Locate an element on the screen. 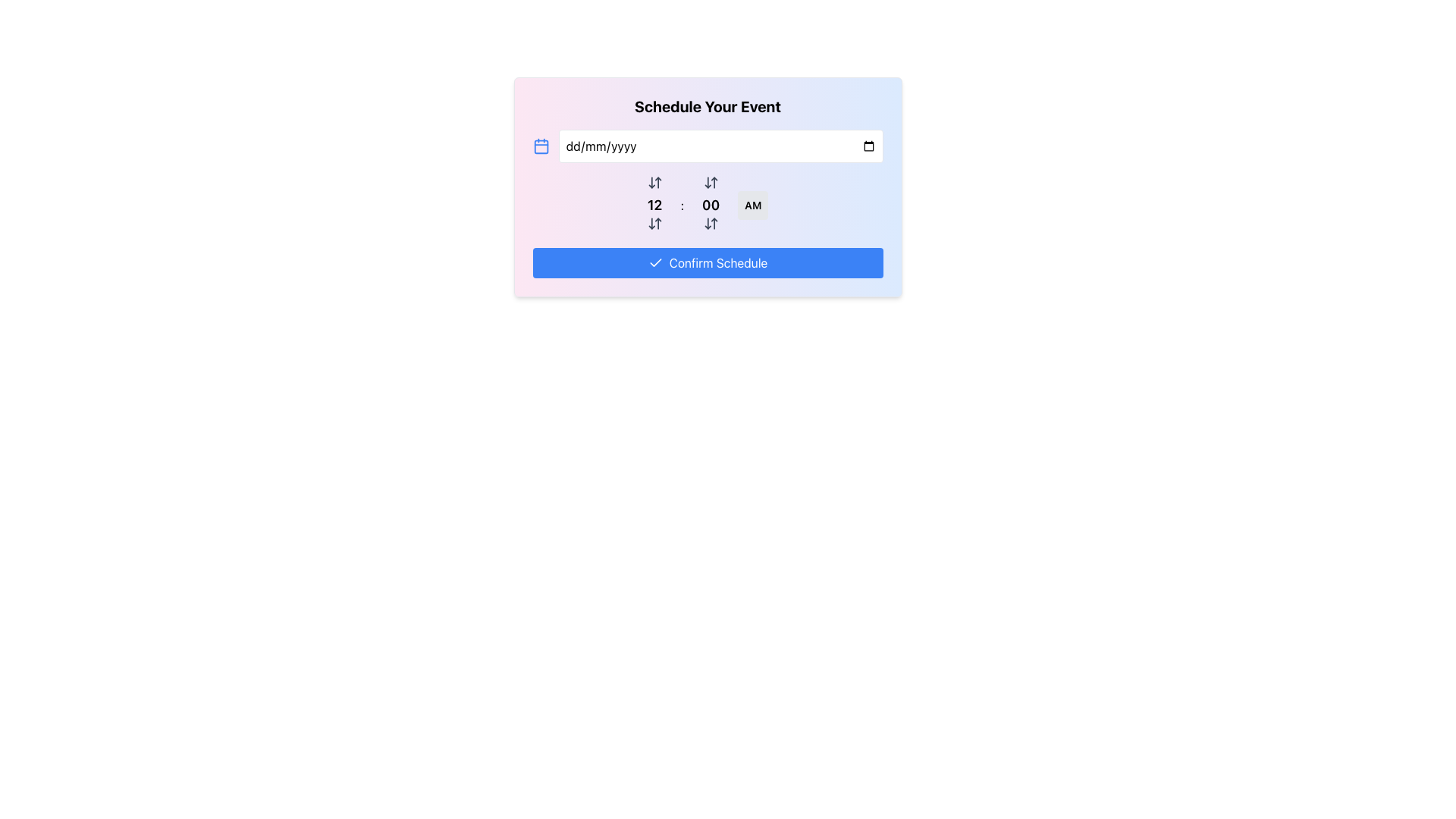 The image size is (1456, 819). the numeric display showing '12', which is aligned vertically between the incrementing and decrementing arrows in the time selection interface is located at coordinates (654, 205).